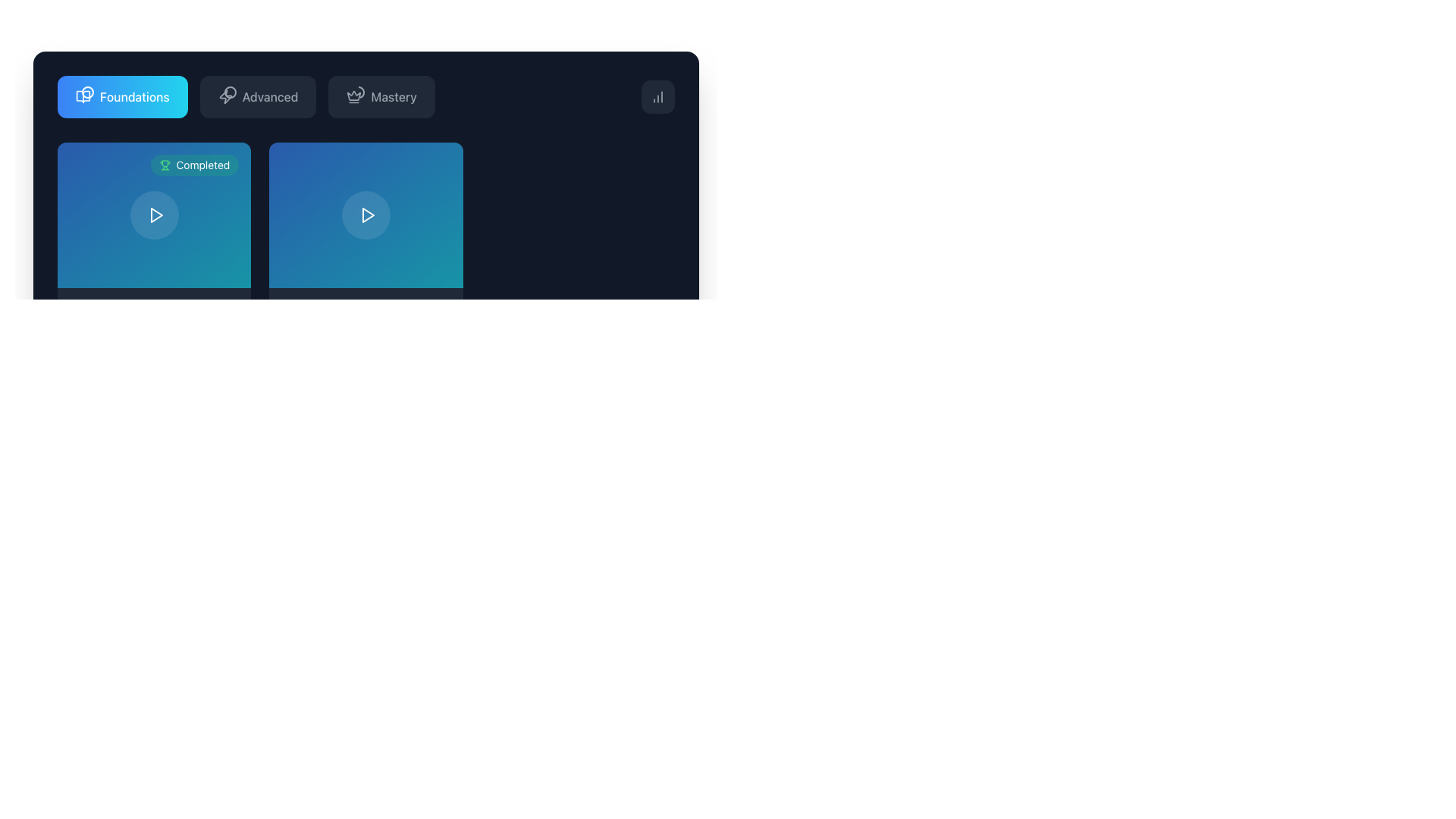 This screenshot has width=1456, height=819. Describe the element at coordinates (122, 96) in the screenshot. I see `the 'Foundations' button` at that location.